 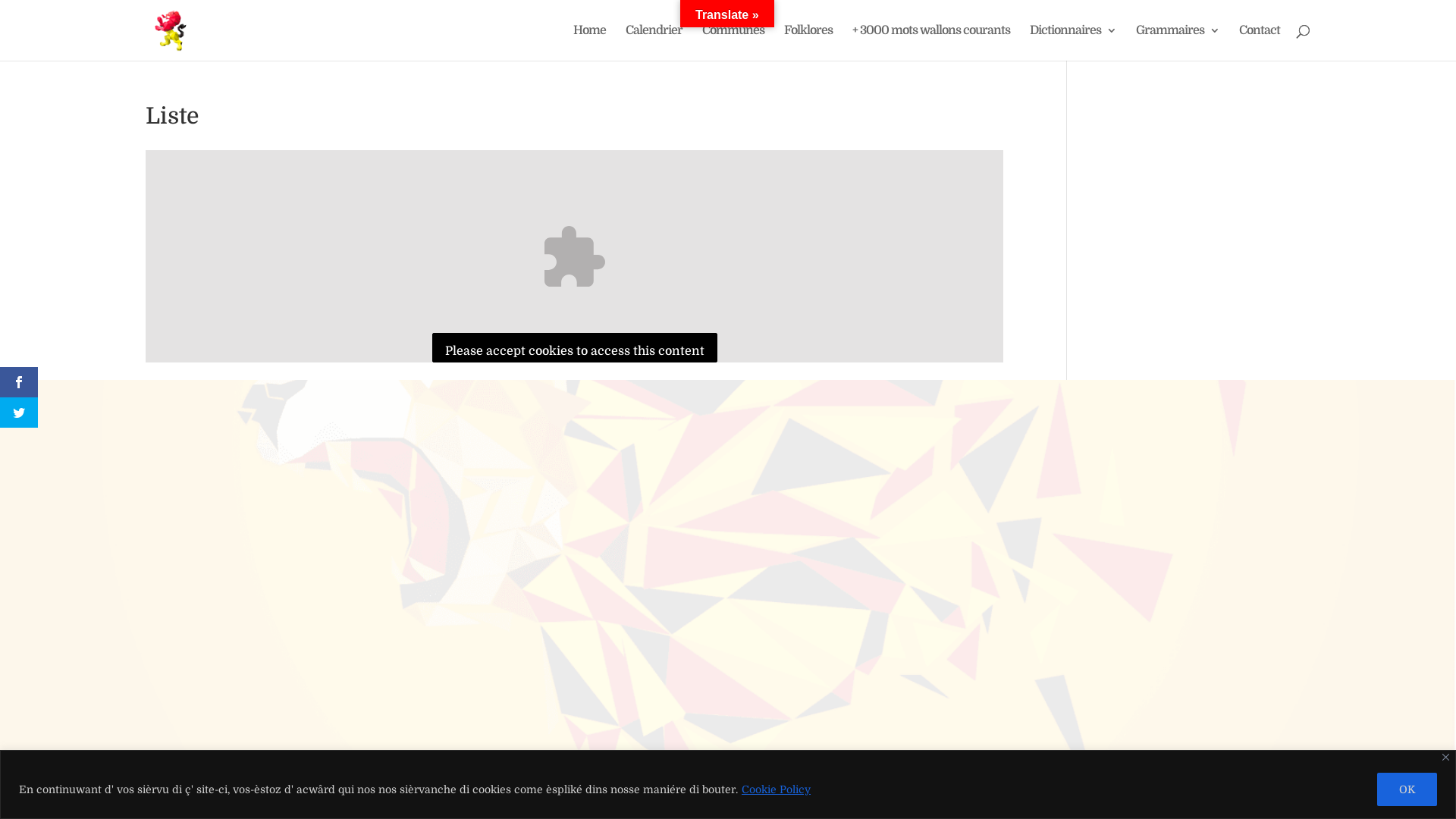 I want to click on 'Grammaires', so click(x=1177, y=42).